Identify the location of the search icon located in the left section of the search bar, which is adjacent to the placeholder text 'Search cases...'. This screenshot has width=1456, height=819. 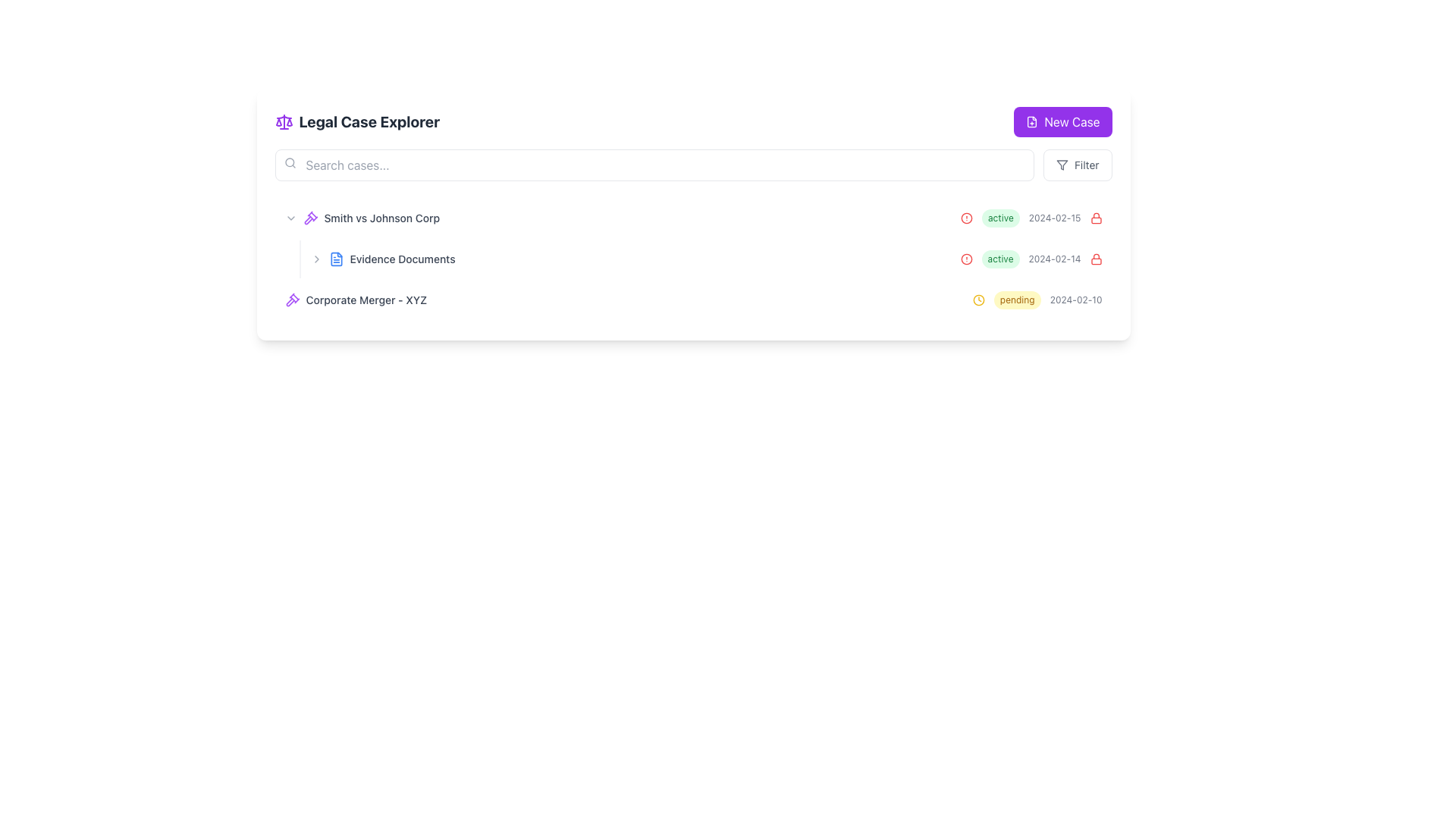
(290, 163).